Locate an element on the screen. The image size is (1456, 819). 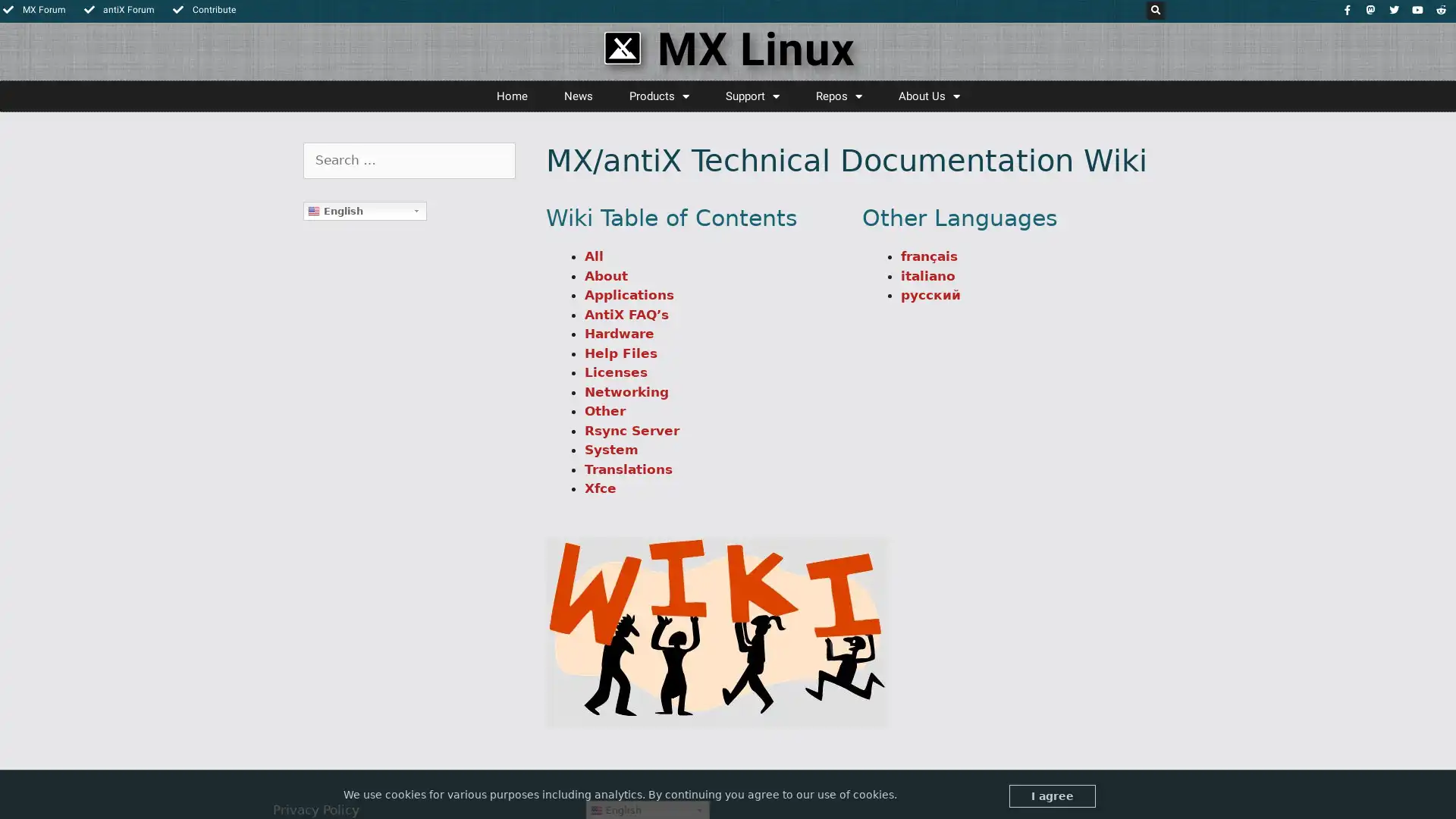
I agree is located at coordinates (1051, 795).